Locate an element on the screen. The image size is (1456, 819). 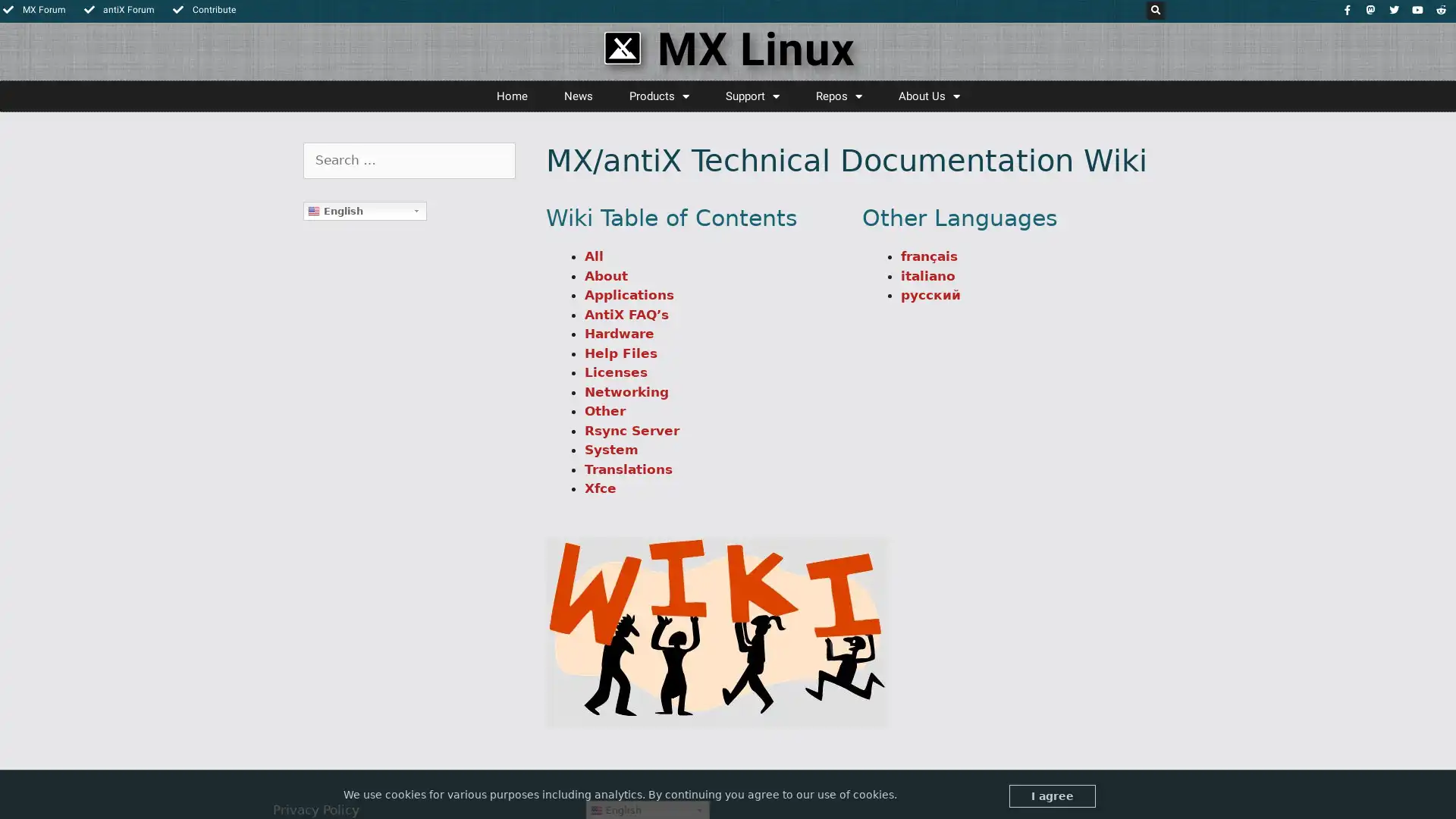
I agree is located at coordinates (1051, 795).